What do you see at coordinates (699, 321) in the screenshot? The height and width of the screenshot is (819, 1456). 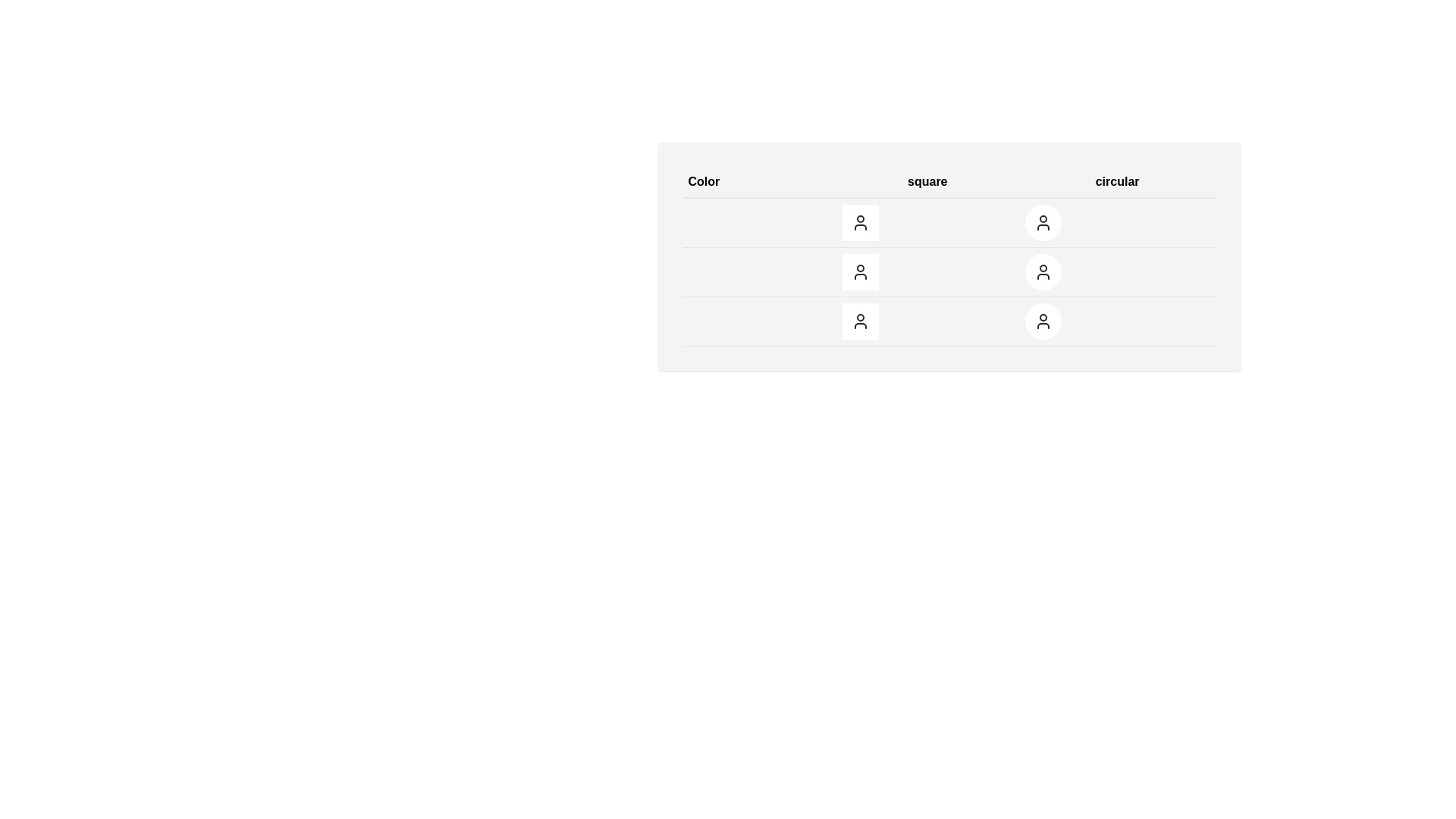 I see `the circular color indicator located in the third row under the 'Color' column` at bounding box center [699, 321].